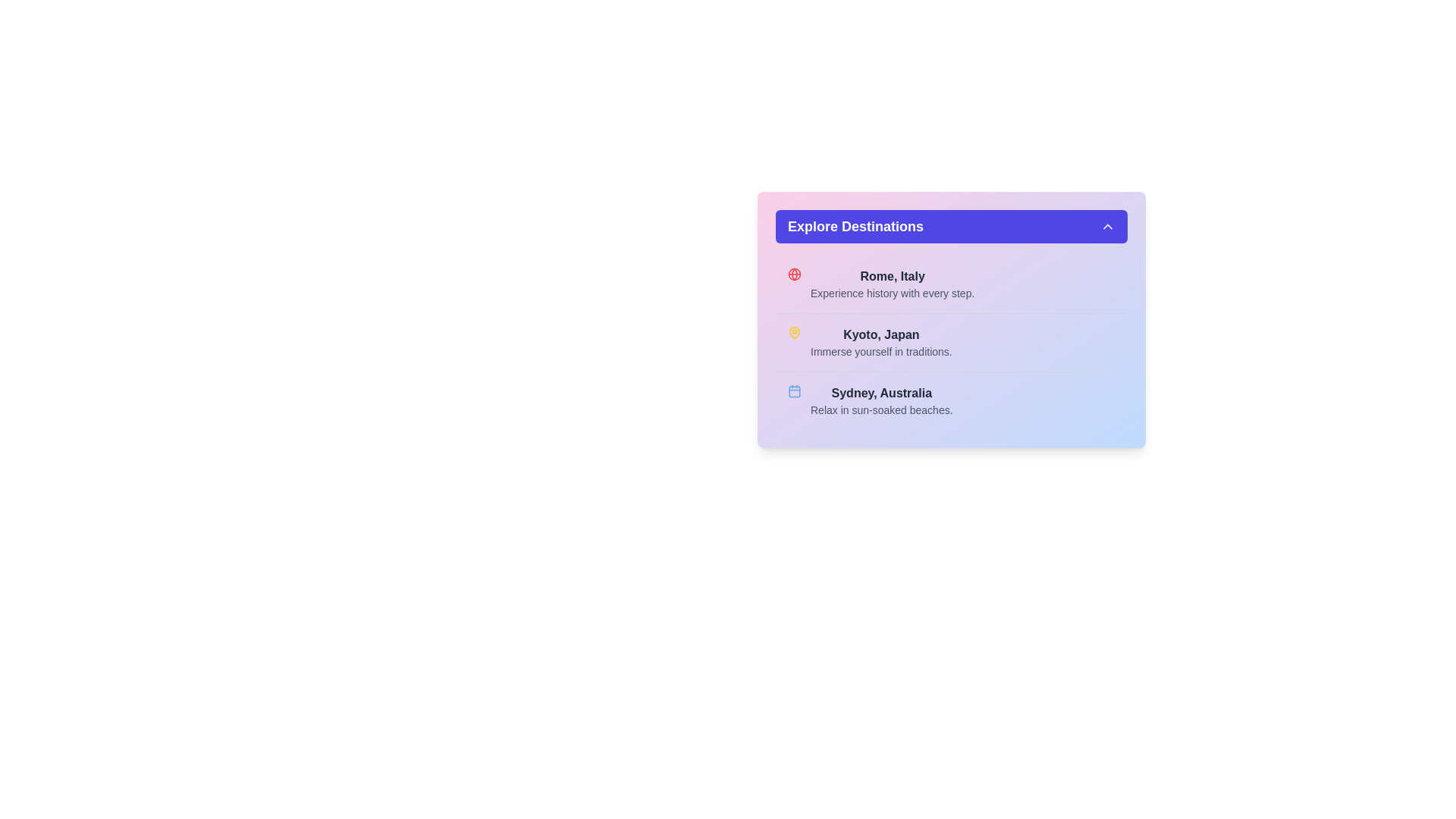 The width and height of the screenshot is (1456, 819). What do you see at coordinates (793, 275) in the screenshot?
I see `the circular globe icon with red lines and perimeter, located to the left of the text 'Rome, Italy' in the destinations list` at bounding box center [793, 275].